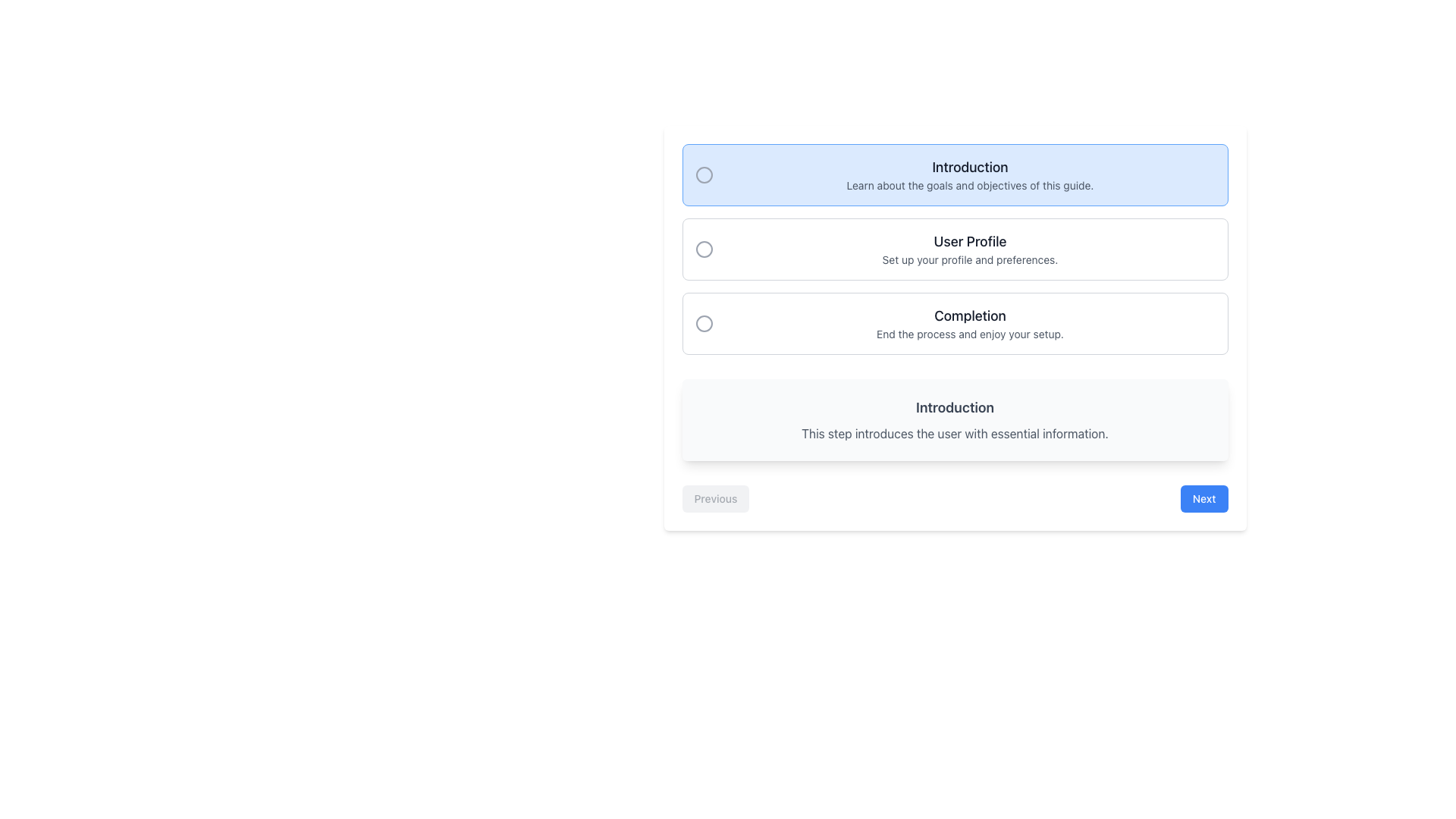 The height and width of the screenshot is (819, 1456). Describe the element at coordinates (715, 499) in the screenshot. I see `the gray 'Previous' button with rounded corners located near the bottom-left corner of the UI section, which has muted lighter text in a medium-sized sans-serif font` at that location.